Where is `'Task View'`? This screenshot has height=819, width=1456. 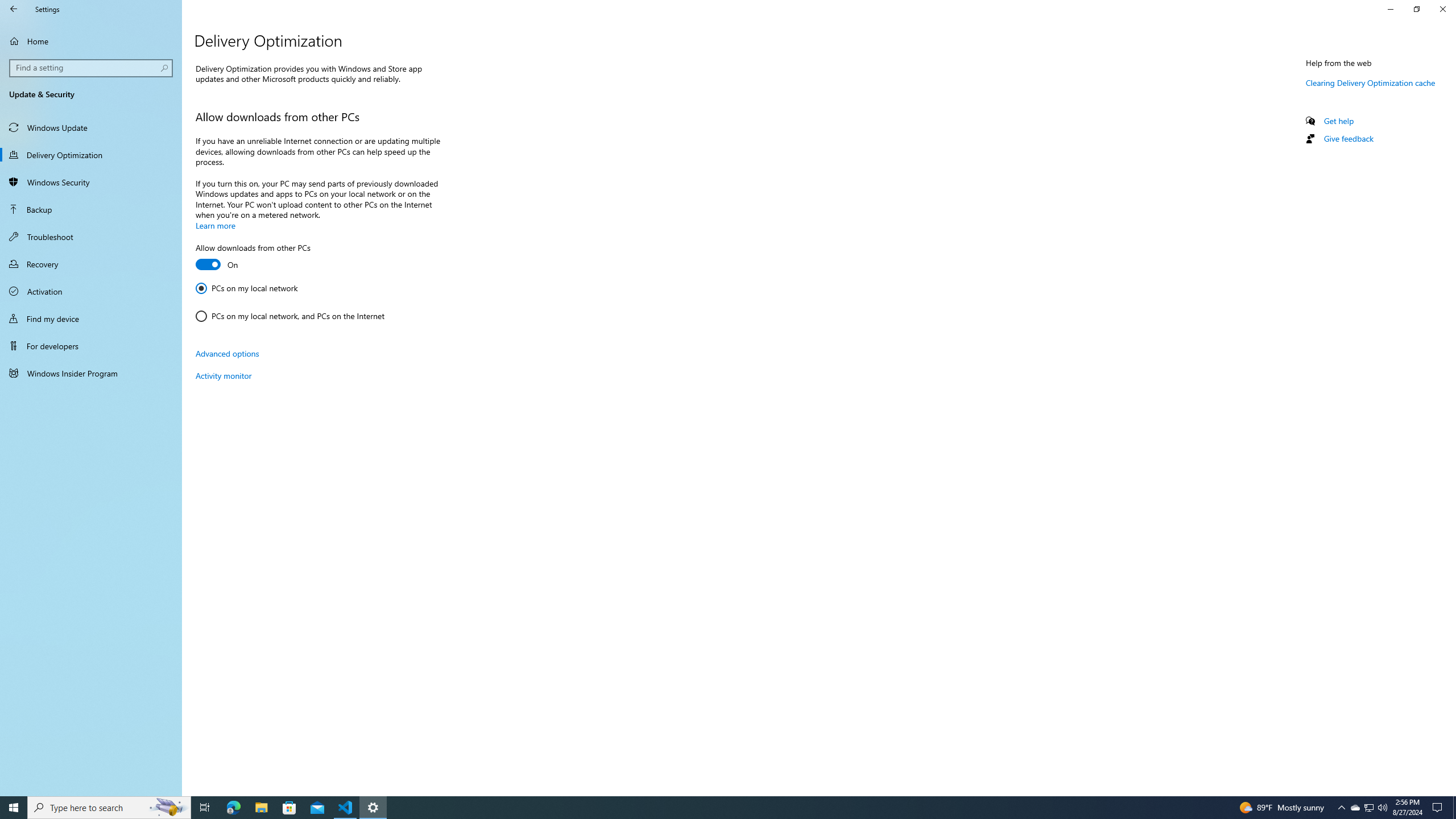 'Task View' is located at coordinates (204, 806).